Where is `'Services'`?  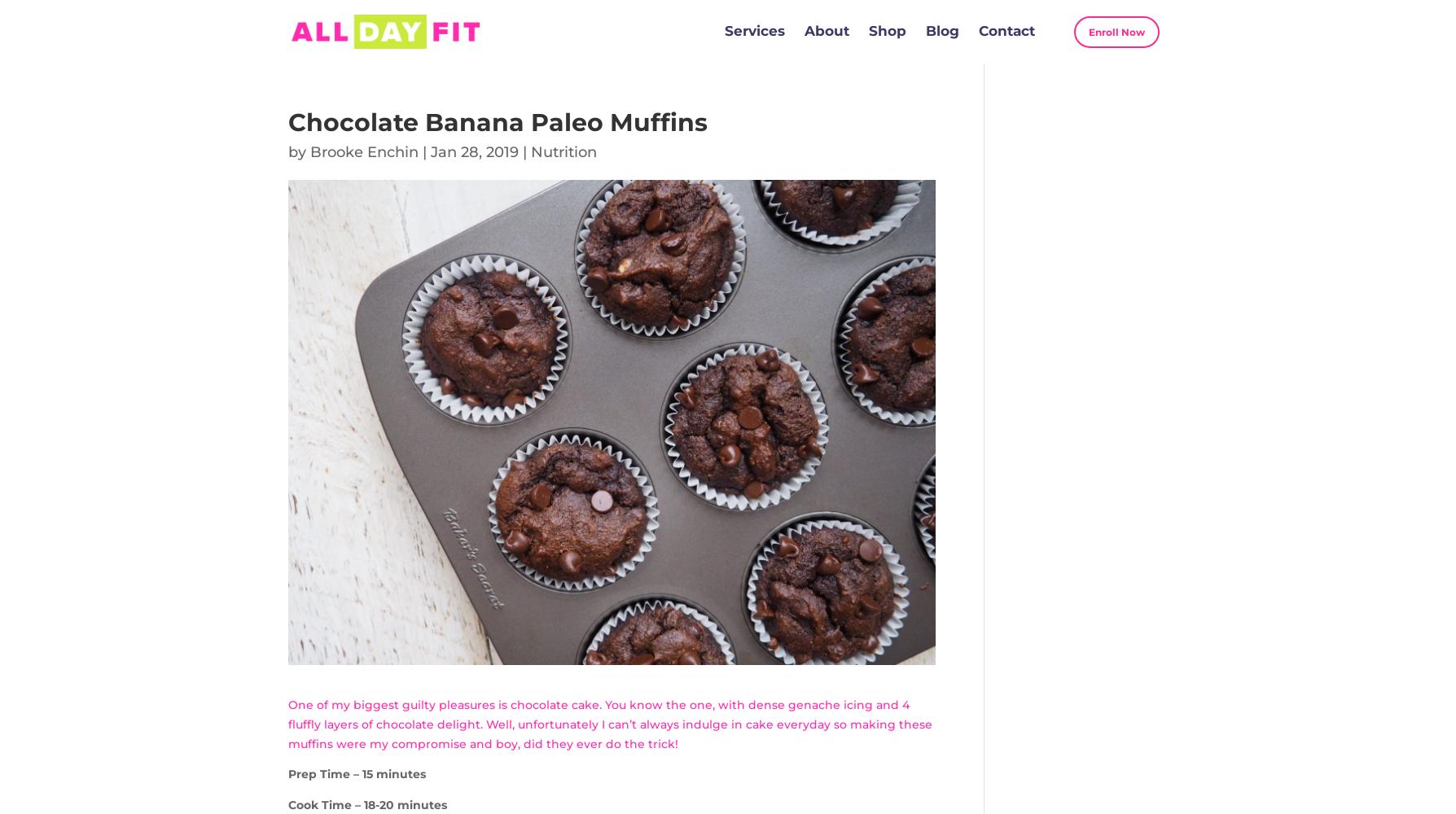 'Services' is located at coordinates (755, 31).